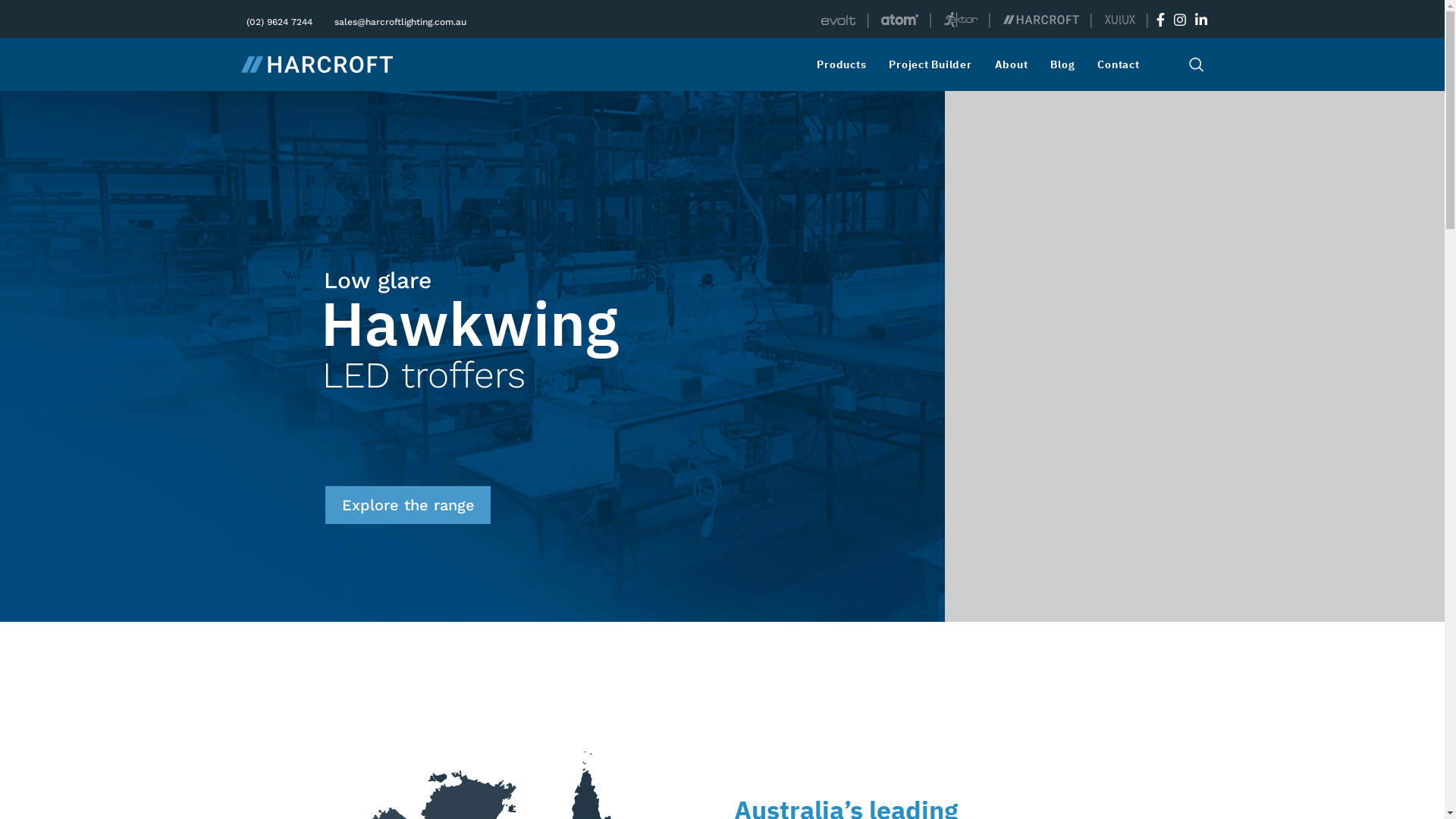 Image resolution: width=1456 pixels, height=819 pixels. Describe the element at coordinates (1122, 63) in the screenshot. I see `'Contact'` at that location.